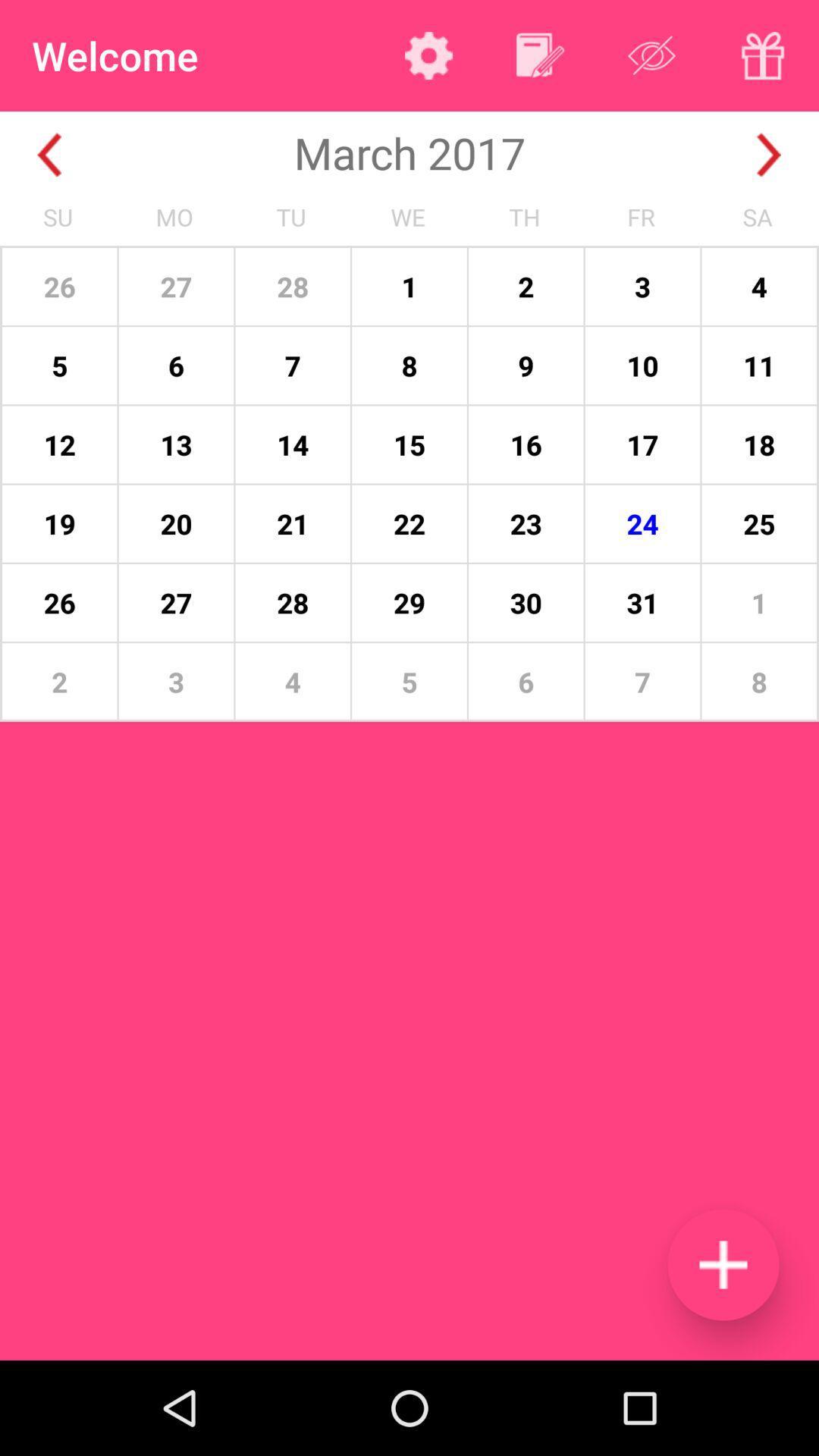 The width and height of the screenshot is (819, 1456). Describe the element at coordinates (769, 155) in the screenshot. I see `next month` at that location.